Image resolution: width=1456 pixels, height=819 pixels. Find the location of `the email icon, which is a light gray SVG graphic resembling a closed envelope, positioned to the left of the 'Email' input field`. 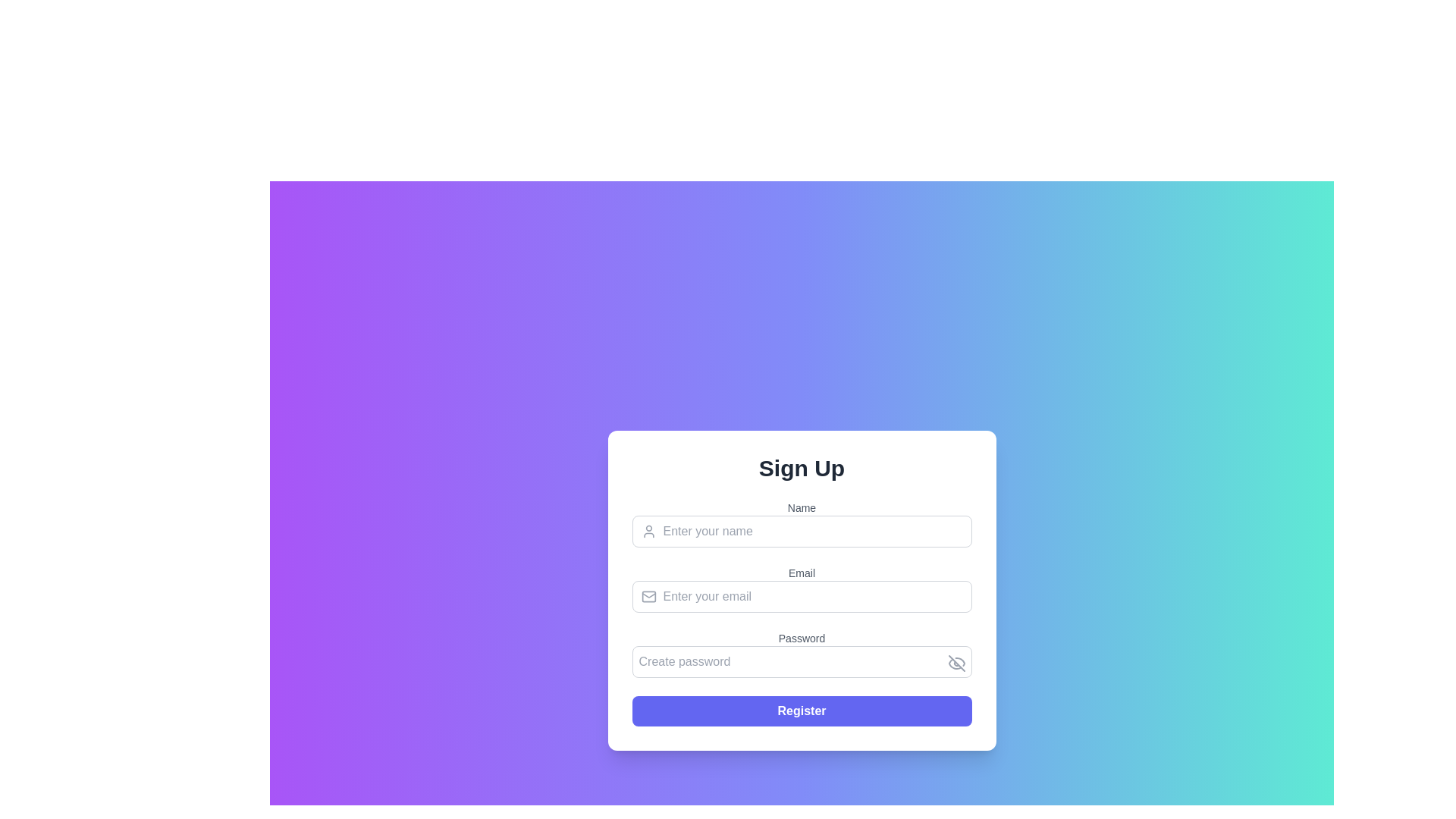

the email icon, which is a light gray SVG graphic resembling a closed envelope, positioned to the left of the 'Email' input field is located at coordinates (648, 595).